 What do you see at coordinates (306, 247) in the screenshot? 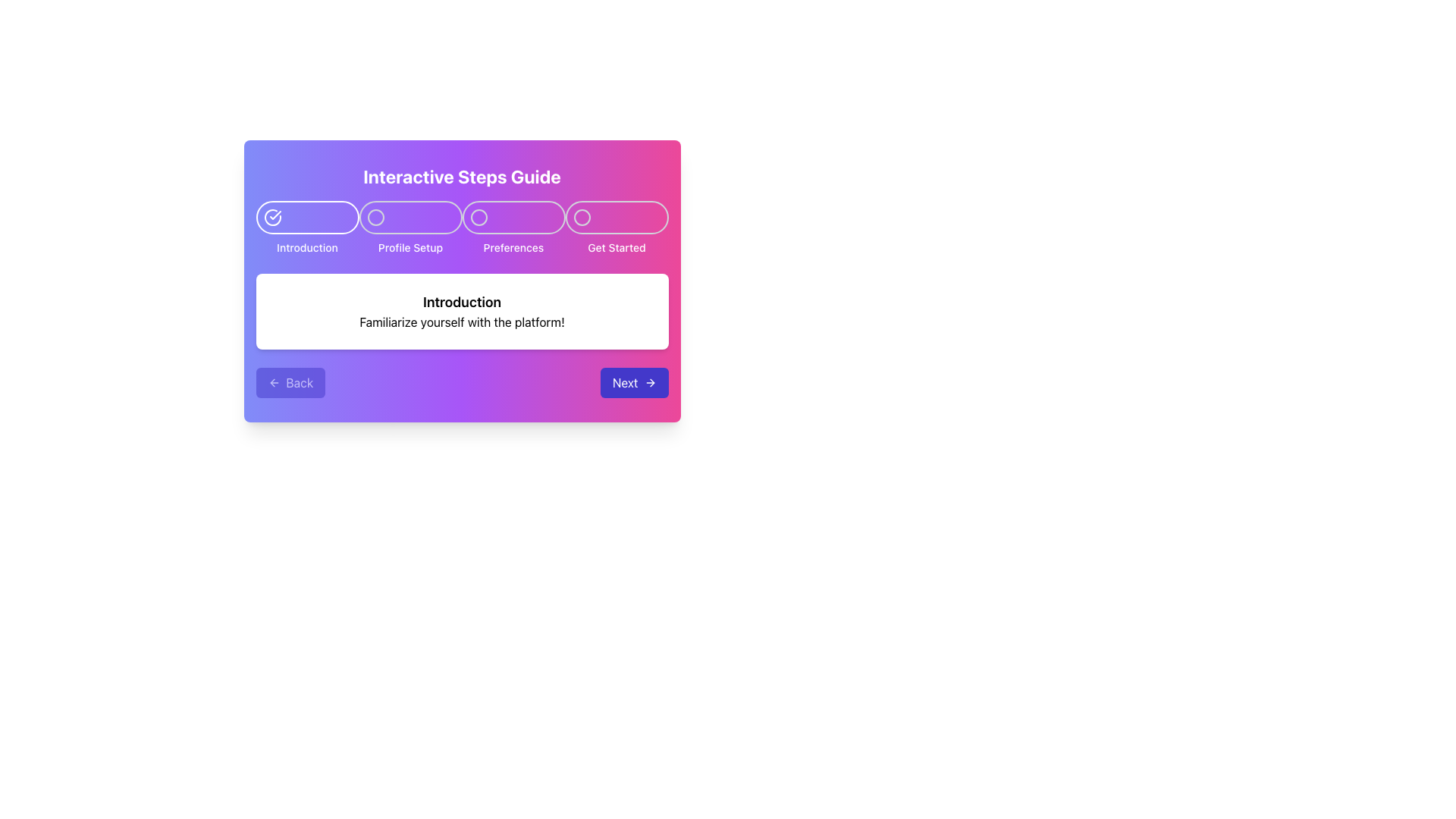
I see `the 'Introduction' text label, which is styled in a medium-weight font and positioned in the navigation area under a round icon on the leftmost segment of a progress indicator` at bounding box center [306, 247].